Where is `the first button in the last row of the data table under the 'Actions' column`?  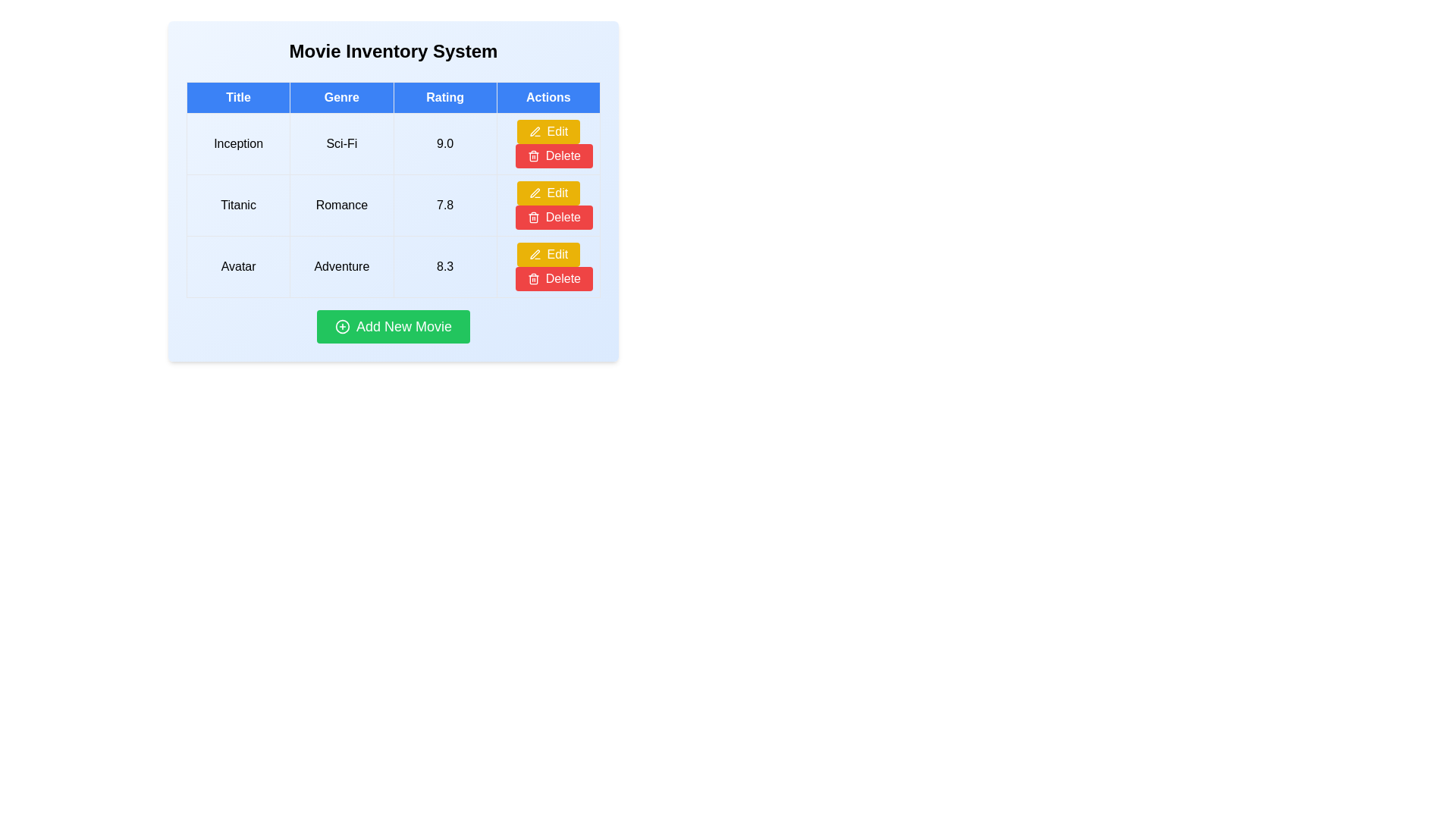 the first button in the last row of the data table under the 'Actions' column is located at coordinates (548, 253).